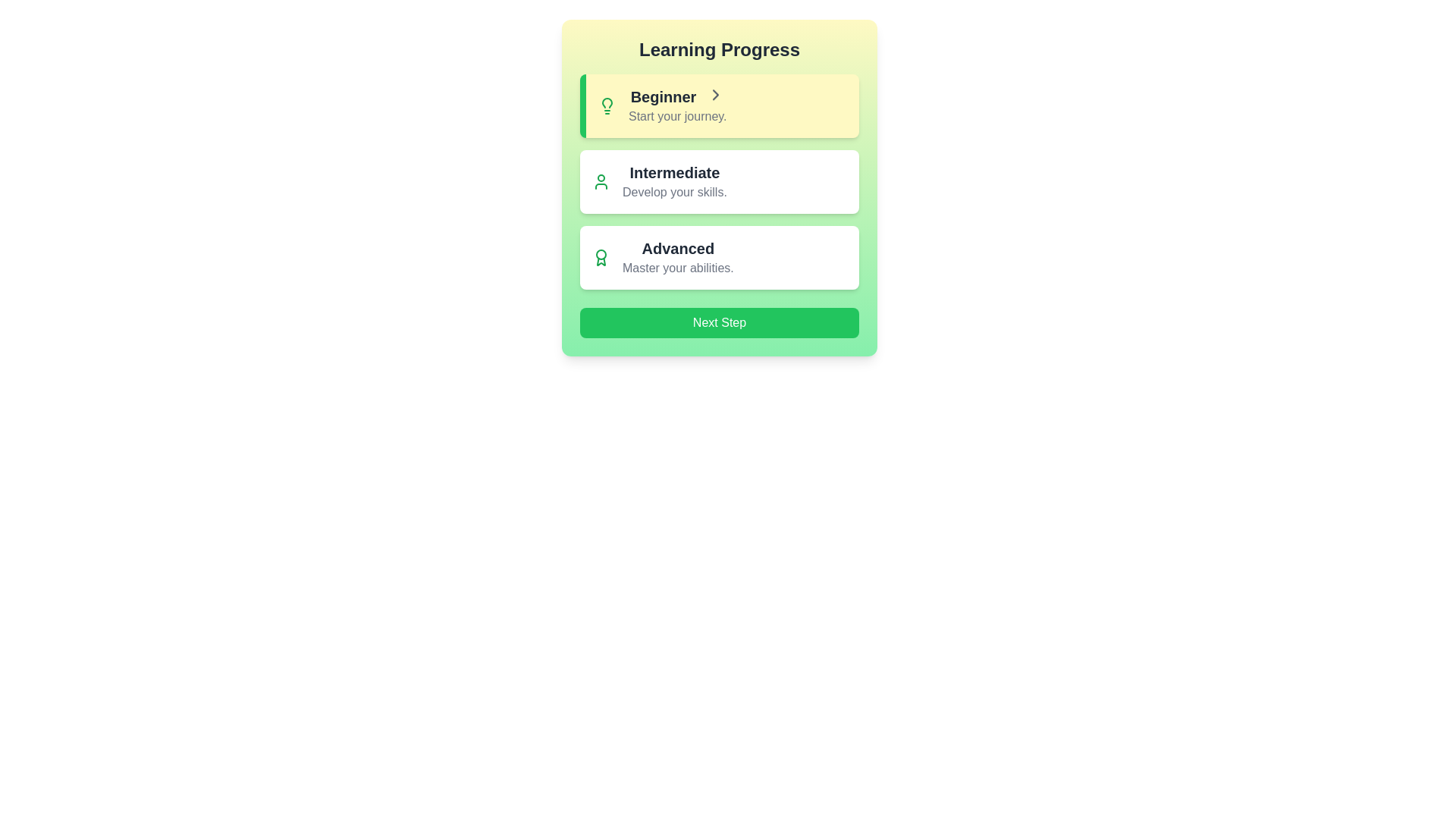  What do you see at coordinates (600, 180) in the screenshot?
I see `the small, green user silhouette icon located inside the second panel under 'Intermediate', to the left of the text 'Intermediate' and 'Develop your skills'` at bounding box center [600, 180].